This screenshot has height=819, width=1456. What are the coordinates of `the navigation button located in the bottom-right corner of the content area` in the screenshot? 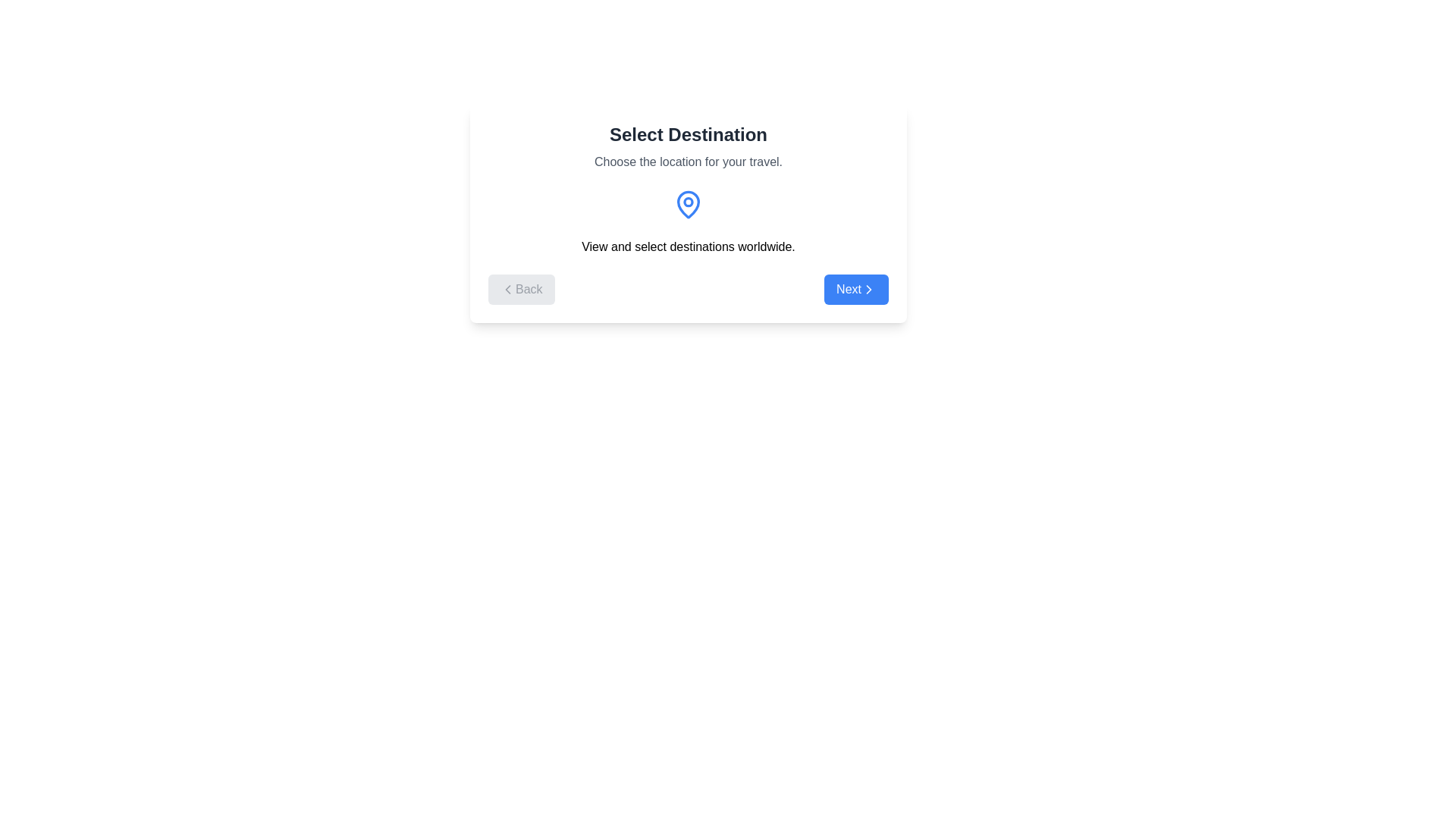 It's located at (856, 289).